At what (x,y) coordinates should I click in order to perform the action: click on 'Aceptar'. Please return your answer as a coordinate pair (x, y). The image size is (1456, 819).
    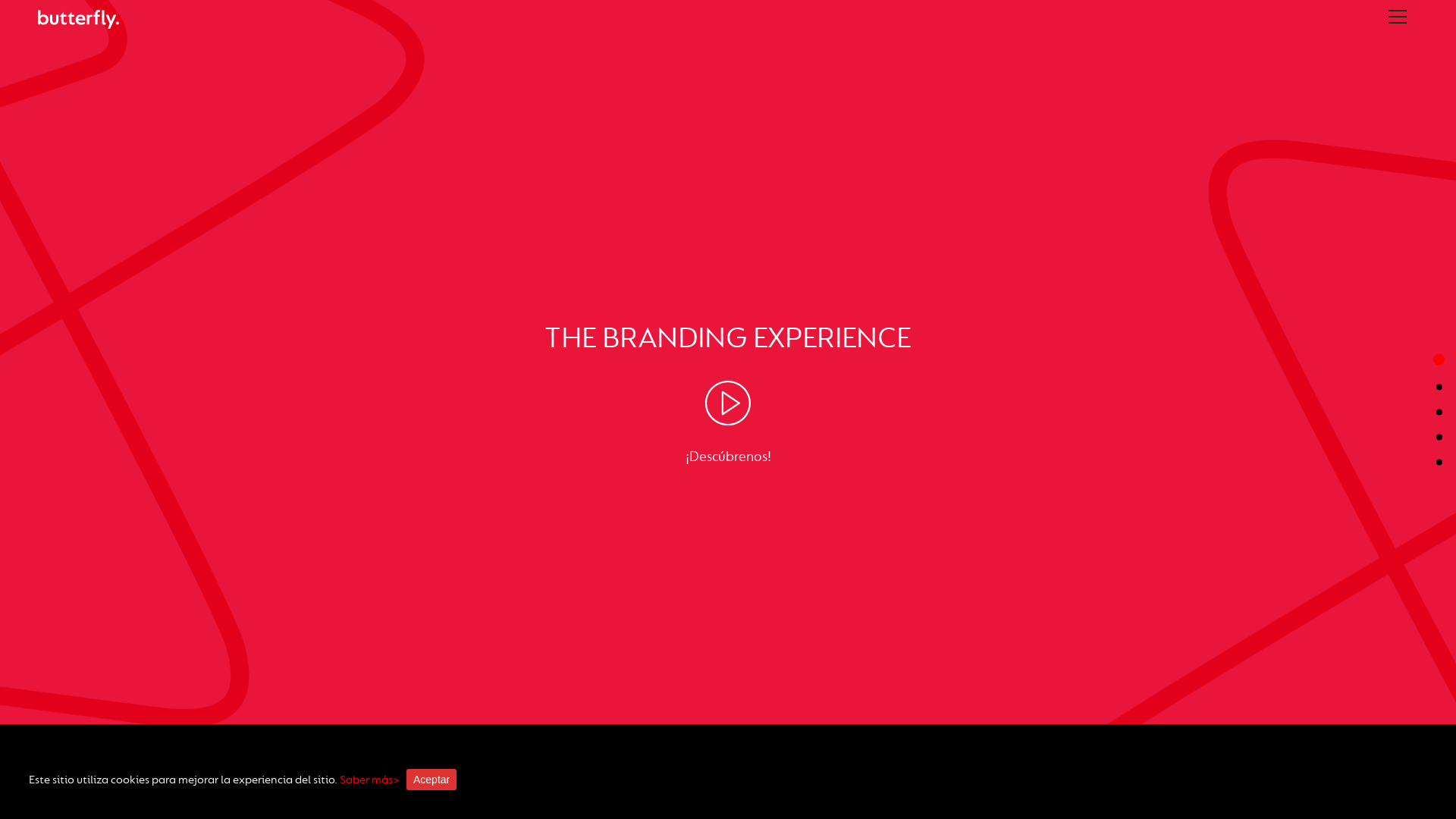
    Looking at the image, I should click on (406, 780).